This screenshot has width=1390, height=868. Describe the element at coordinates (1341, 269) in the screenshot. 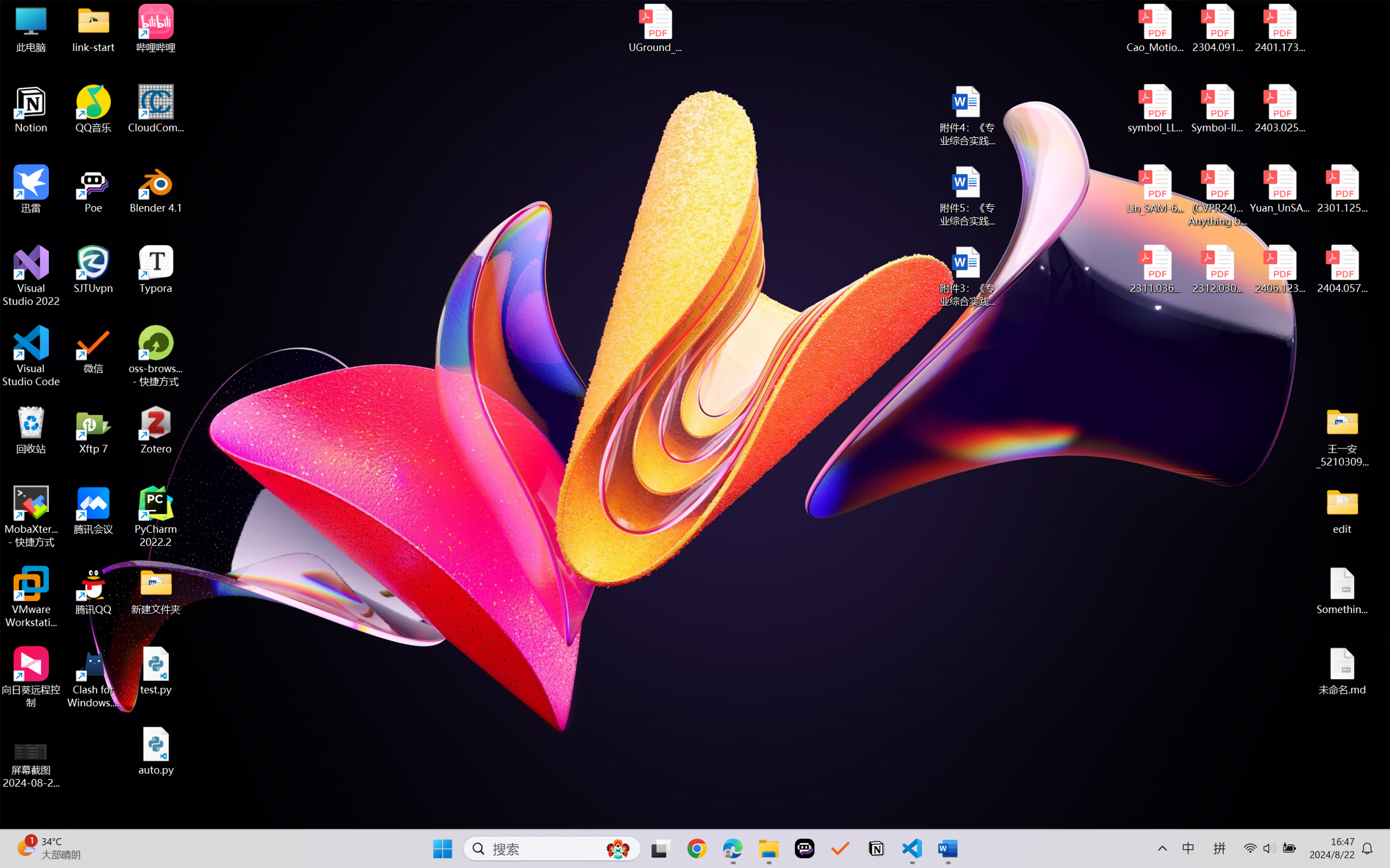

I see `'2404.05719v1.pdf'` at that location.